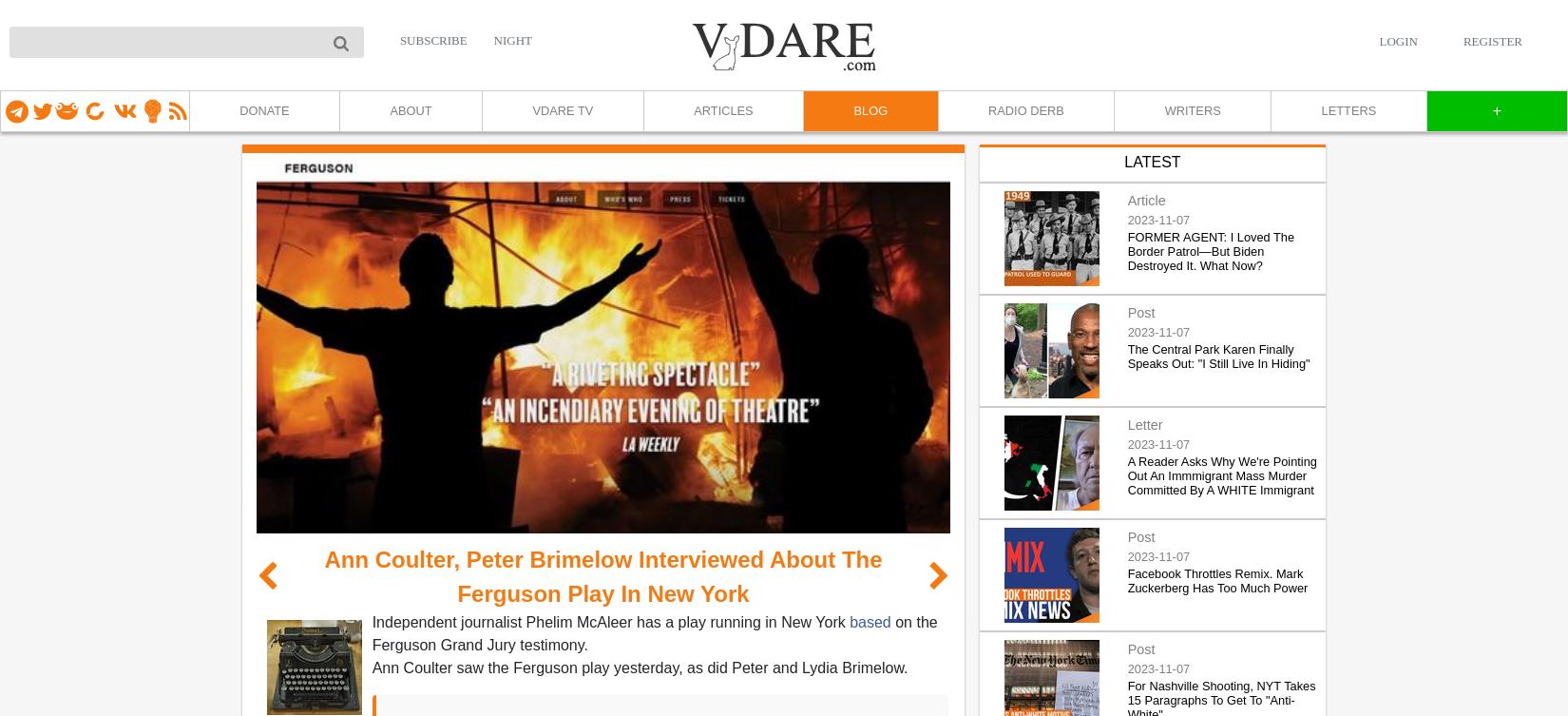 Image resolution: width=1568 pixels, height=716 pixels. What do you see at coordinates (1152, 160) in the screenshot?
I see `'LATEST'` at bounding box center [1152, 160].